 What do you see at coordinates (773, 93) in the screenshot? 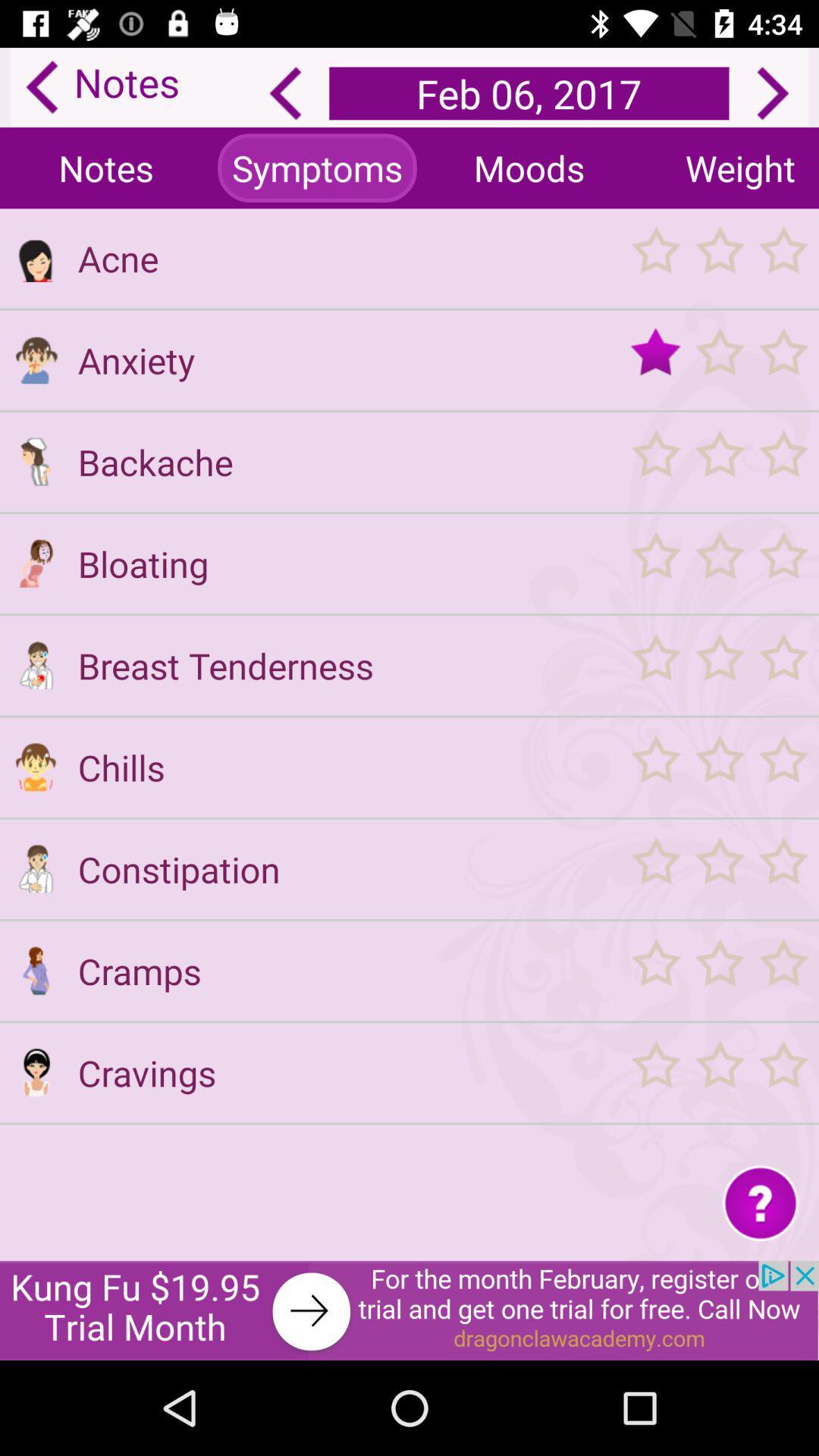
I see `next day` at bounding box center [773, 93].